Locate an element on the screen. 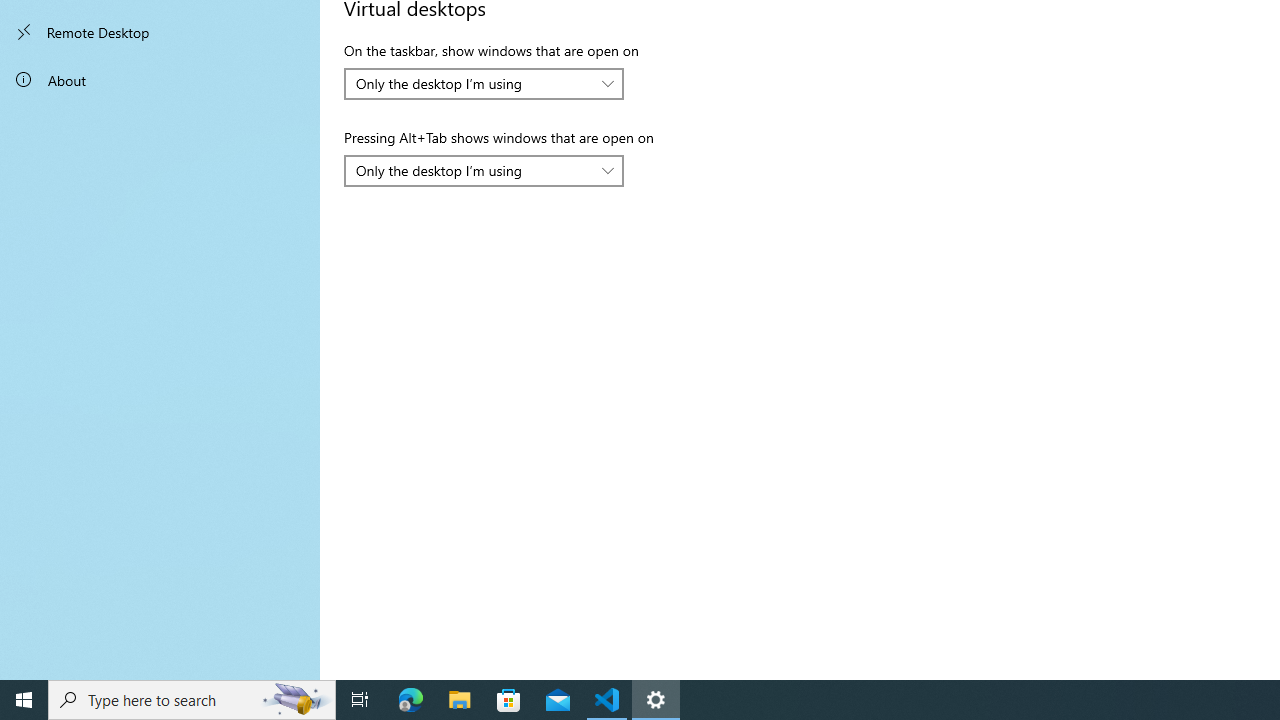 The width and height of the screenshot is (1280, 720). 'Remote Desktop' is located at coordinates (160, 32).